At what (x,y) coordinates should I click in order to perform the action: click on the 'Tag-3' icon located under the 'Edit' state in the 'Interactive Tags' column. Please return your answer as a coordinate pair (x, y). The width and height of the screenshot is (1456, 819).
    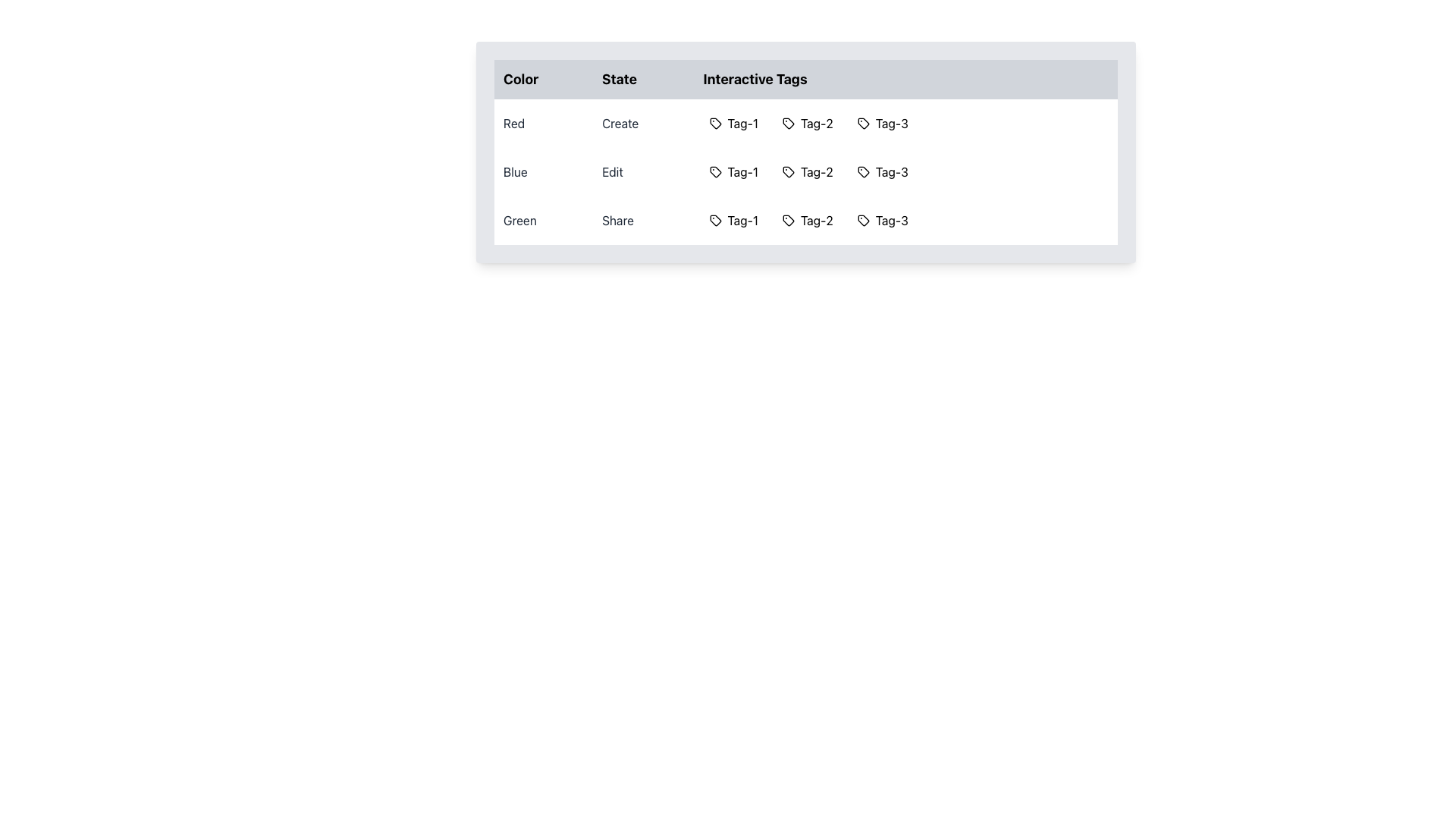
    Looking at the image, I should click on (863, 171).